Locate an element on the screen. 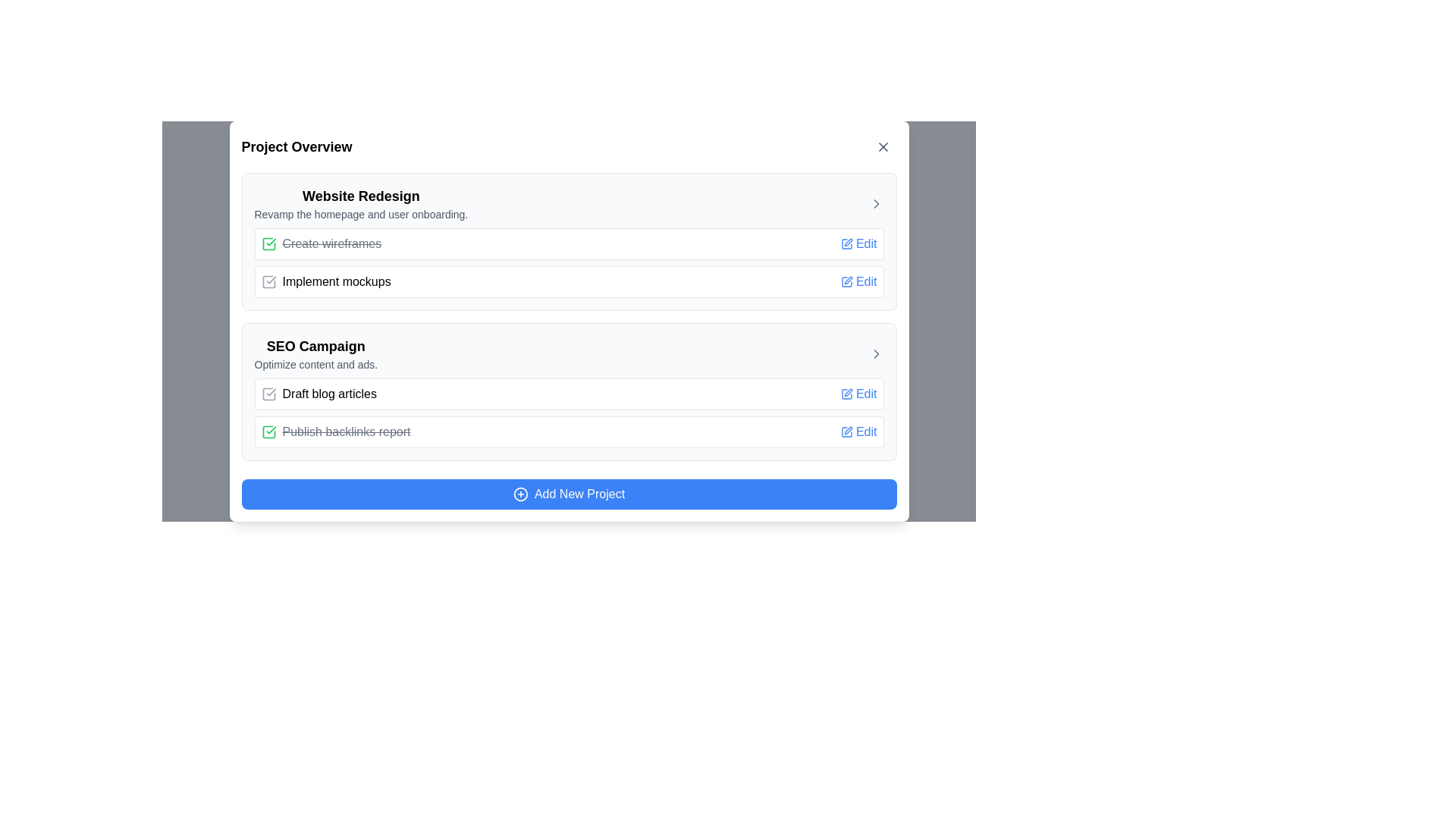  the edit button located in the top-right corner of the task row for 'Create wireframes' in the 'Website Redesign' section is located at coordinates (858, 243).